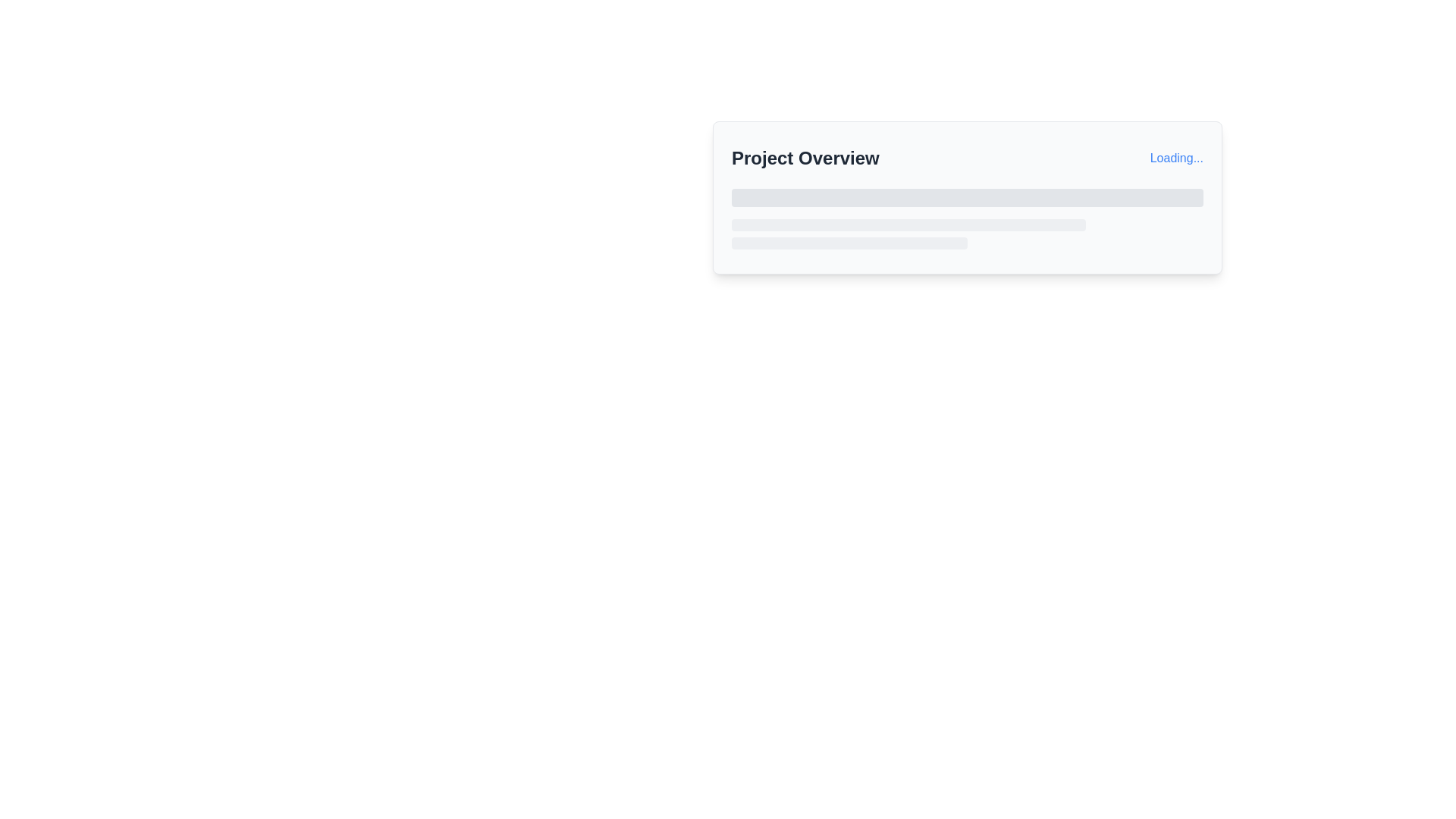  Describe the element at coordinates (1175, 158) in the screenshot. I see `the link displaying 'Loading...' in blue with an underline, located` at that location.